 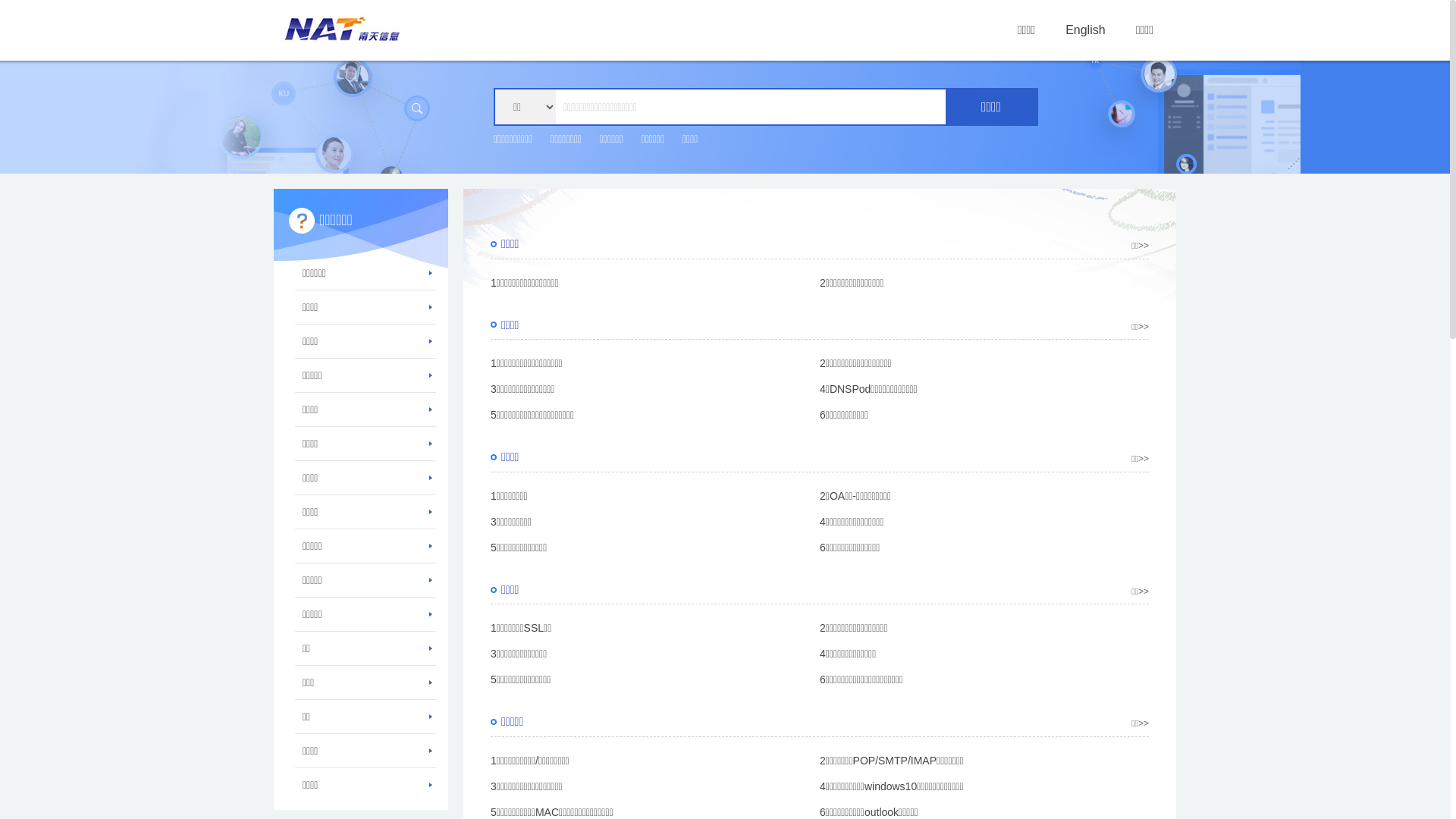 I want to click on 'English', so click(x=1084, y=30).